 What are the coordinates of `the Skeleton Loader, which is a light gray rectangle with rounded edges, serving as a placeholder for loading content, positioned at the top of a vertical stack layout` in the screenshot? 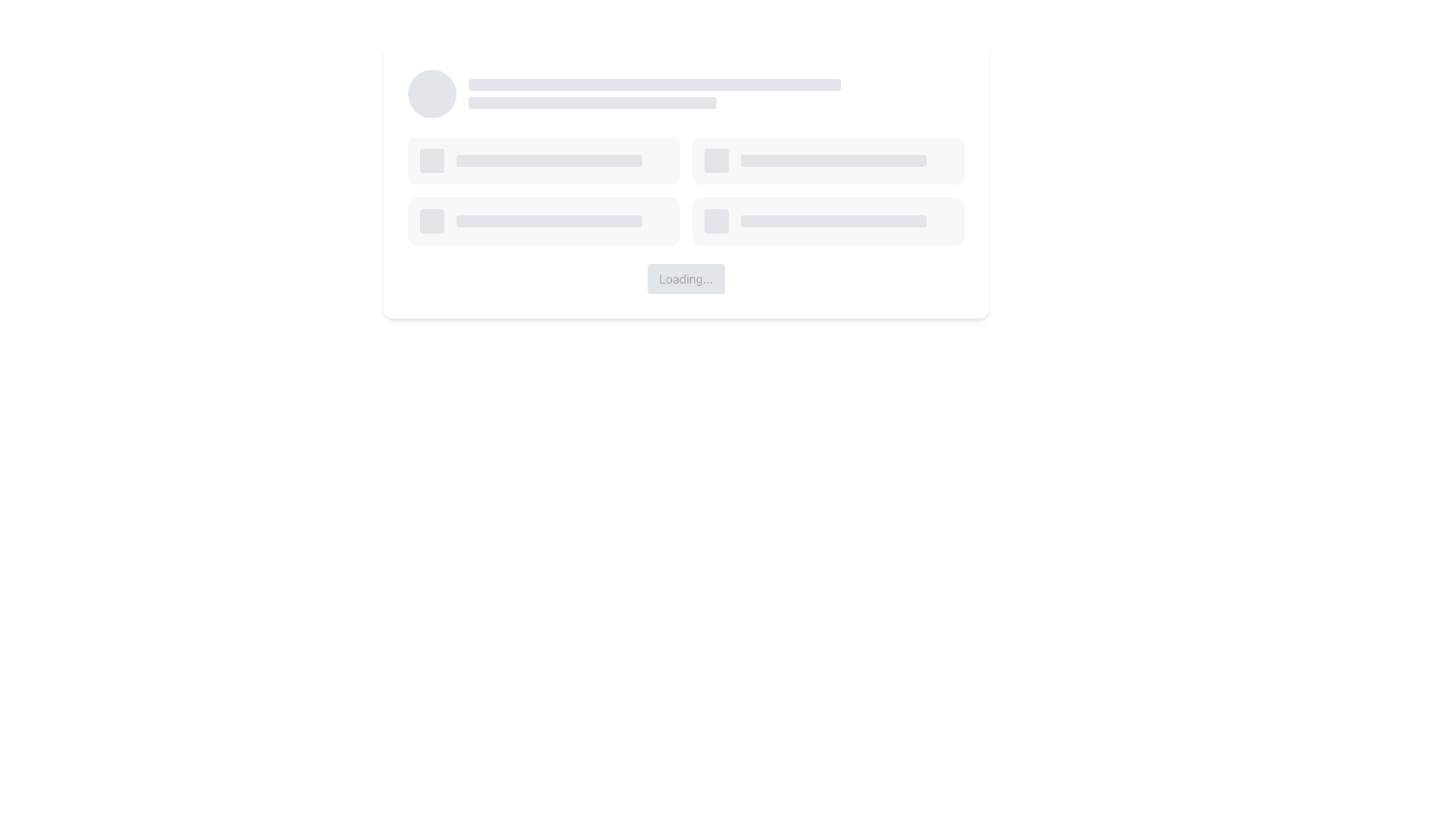 It's located at (654, 84).